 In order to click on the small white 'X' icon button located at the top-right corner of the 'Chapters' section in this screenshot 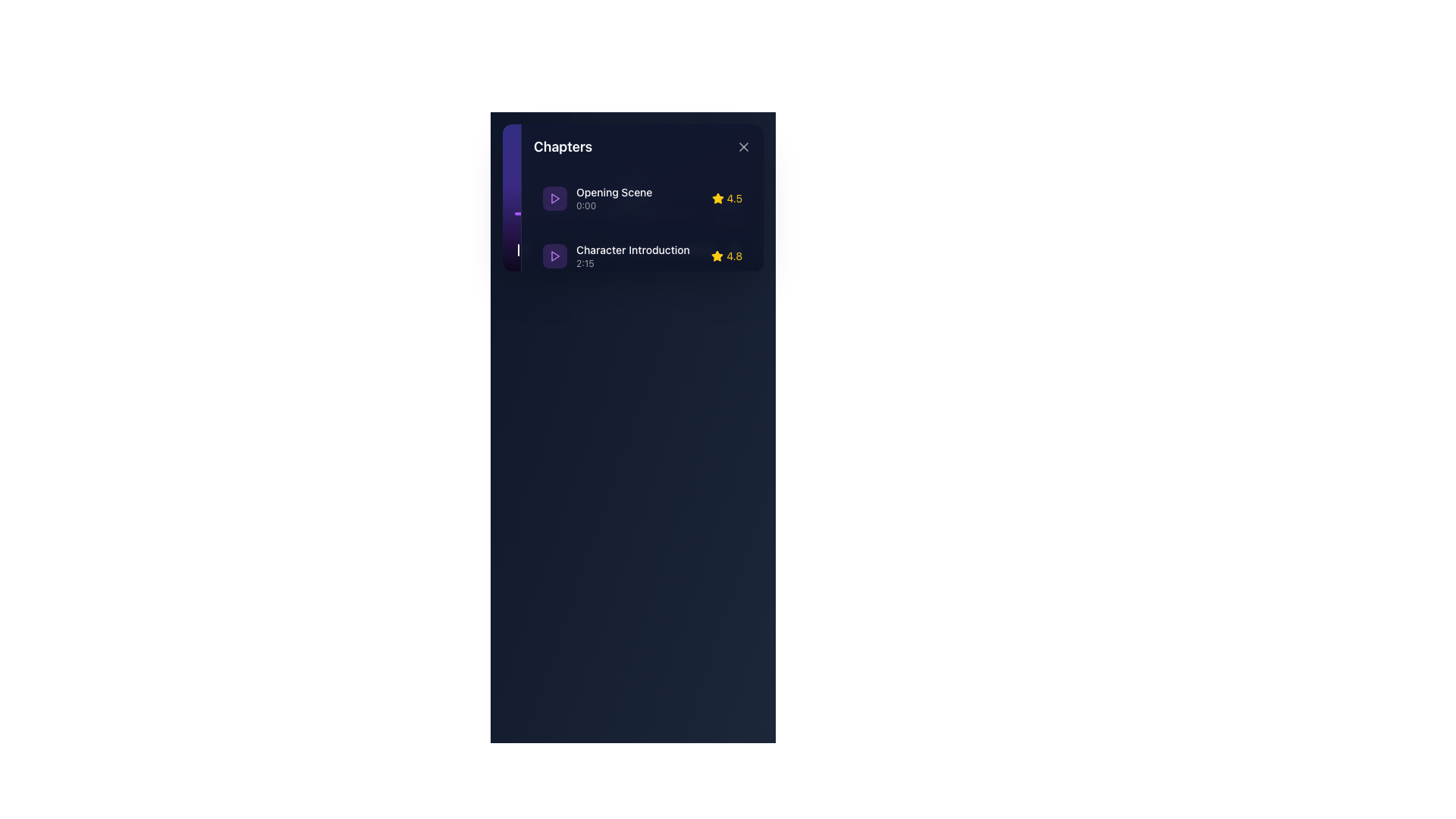, I will do `click(743, 146)`.